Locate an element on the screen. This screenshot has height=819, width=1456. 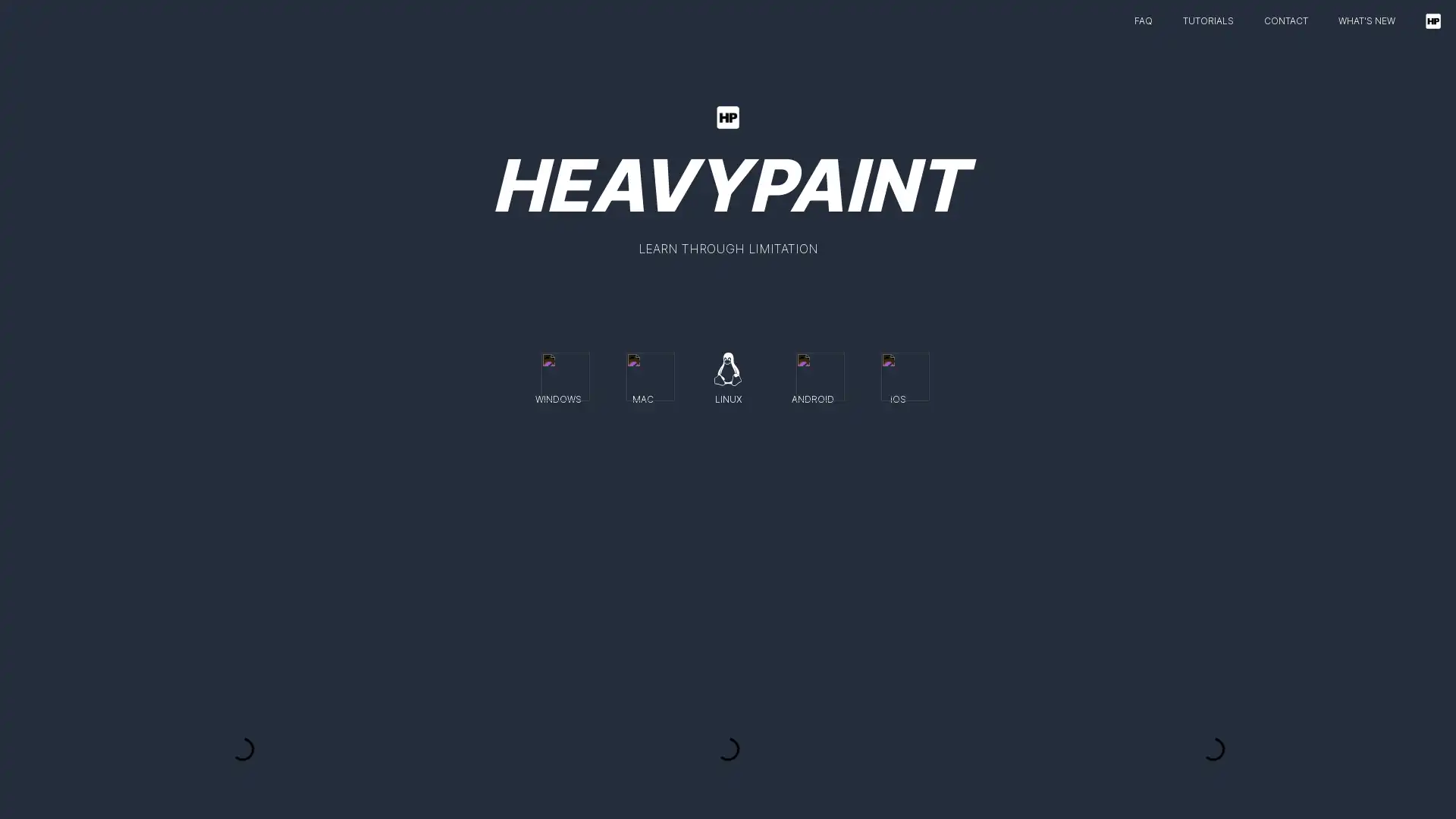
LINUX is located at coordinates (728, 374).